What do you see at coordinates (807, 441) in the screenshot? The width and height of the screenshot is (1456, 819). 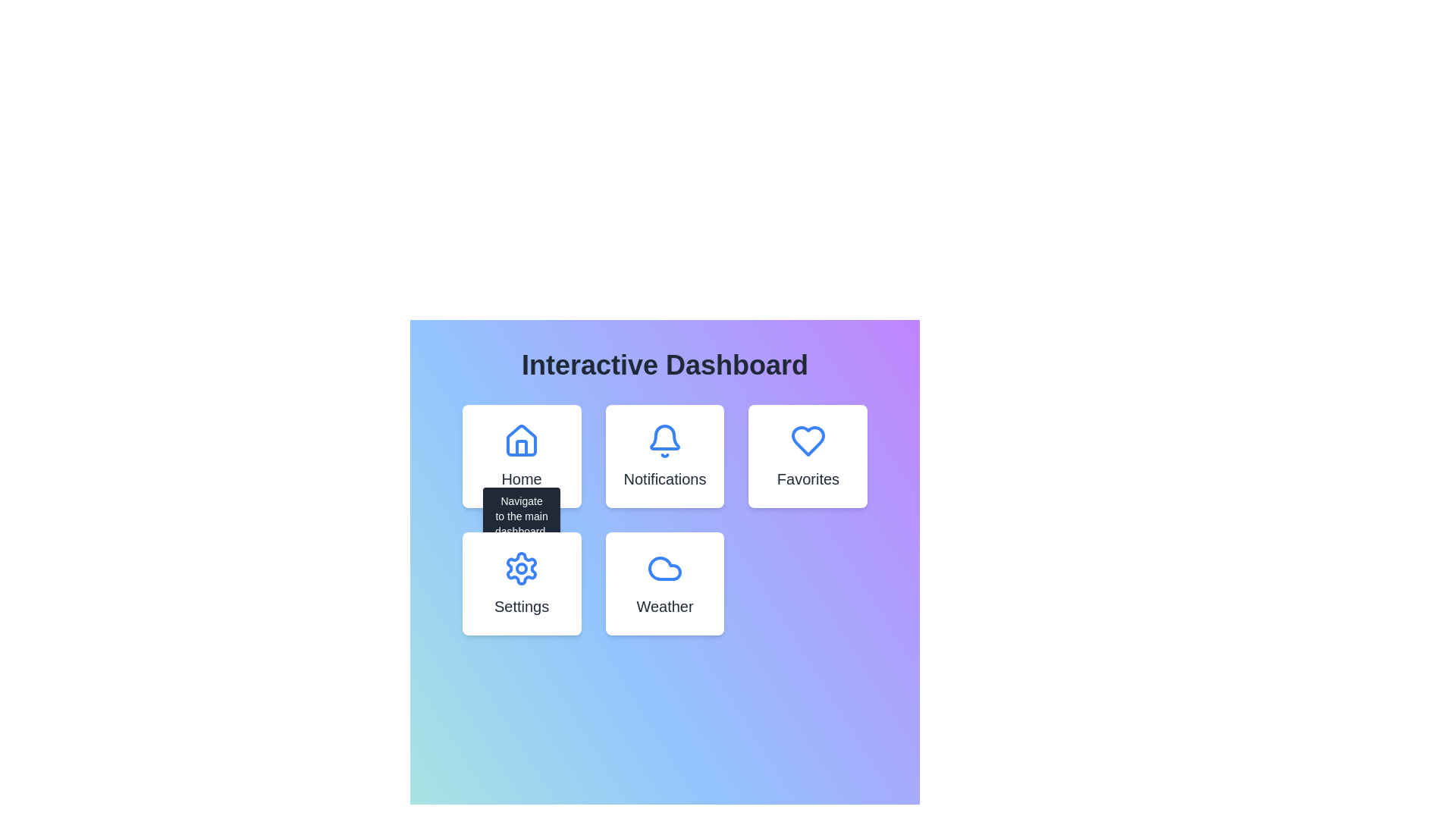 I see `the heart icon located at the center of the Favorites card in the top right area of the dashboard` at bounding box center [807, 441].